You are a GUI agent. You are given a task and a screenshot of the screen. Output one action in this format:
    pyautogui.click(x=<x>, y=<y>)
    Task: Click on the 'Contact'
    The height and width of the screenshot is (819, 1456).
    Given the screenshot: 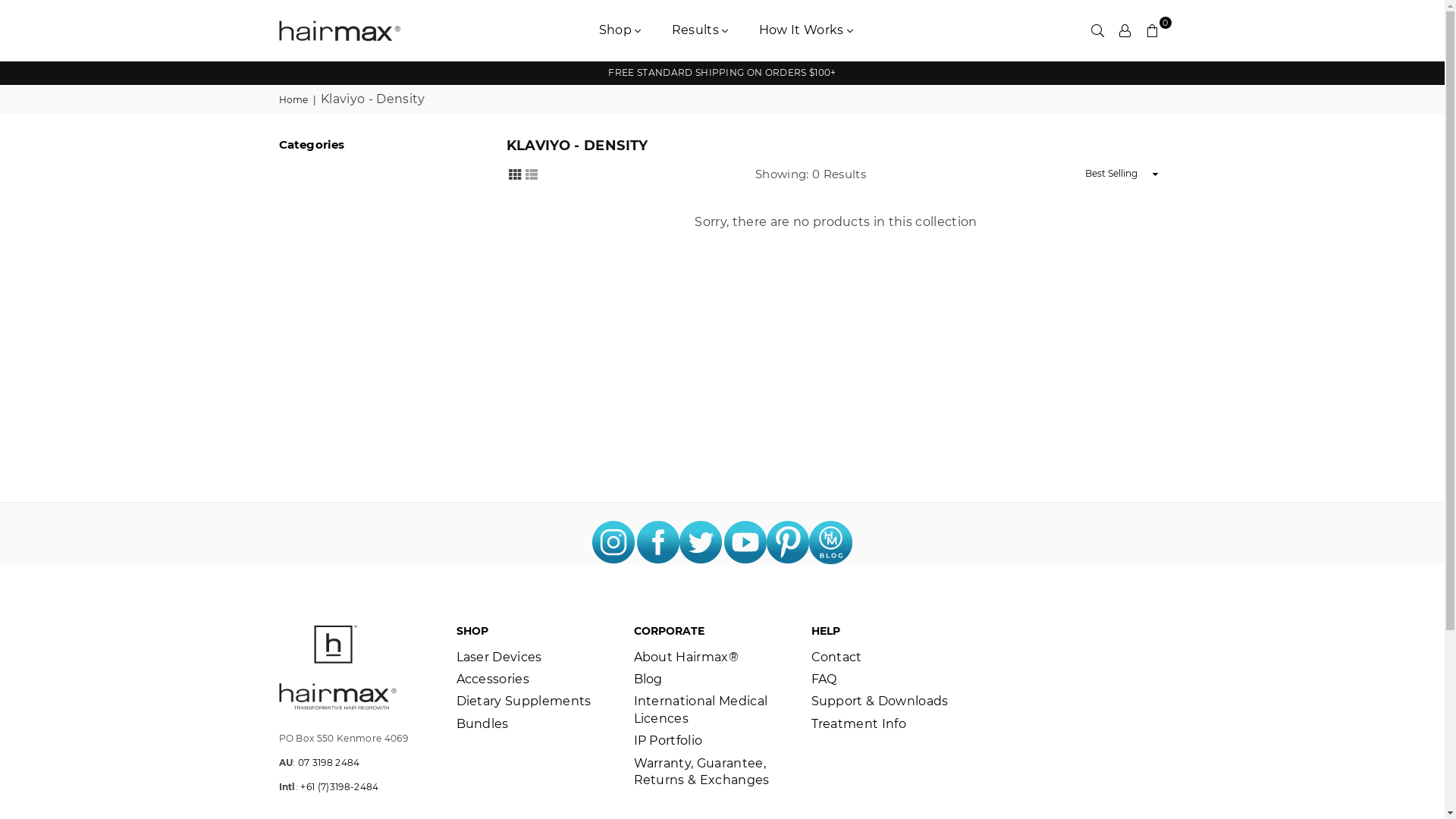 What is the action you would take?
    pyautogui.click(x=836, y=656)
    